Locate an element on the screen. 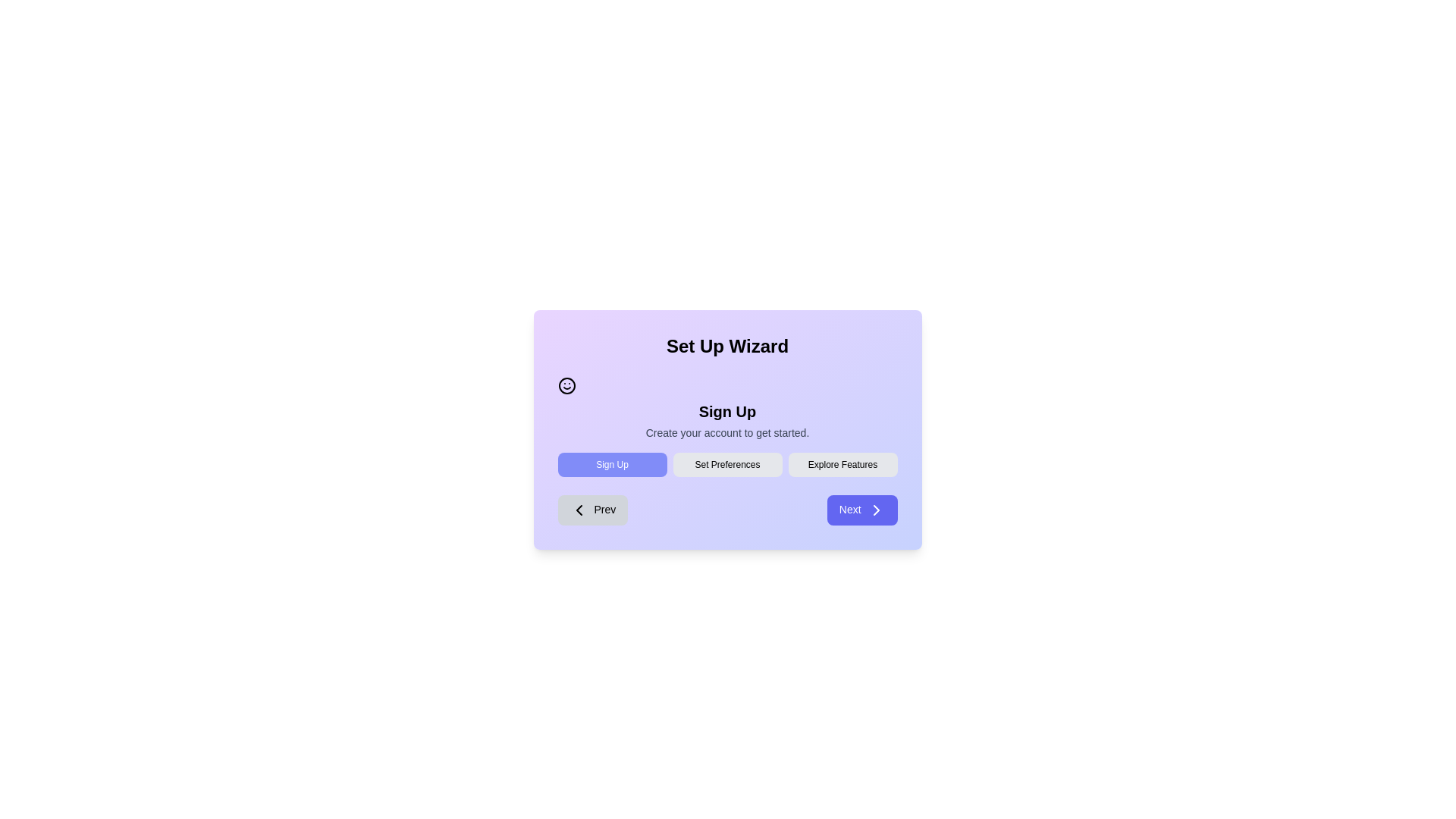 This screenshot has width=1456, height=819. the smiling face icon is located at coordinates (566, 385).